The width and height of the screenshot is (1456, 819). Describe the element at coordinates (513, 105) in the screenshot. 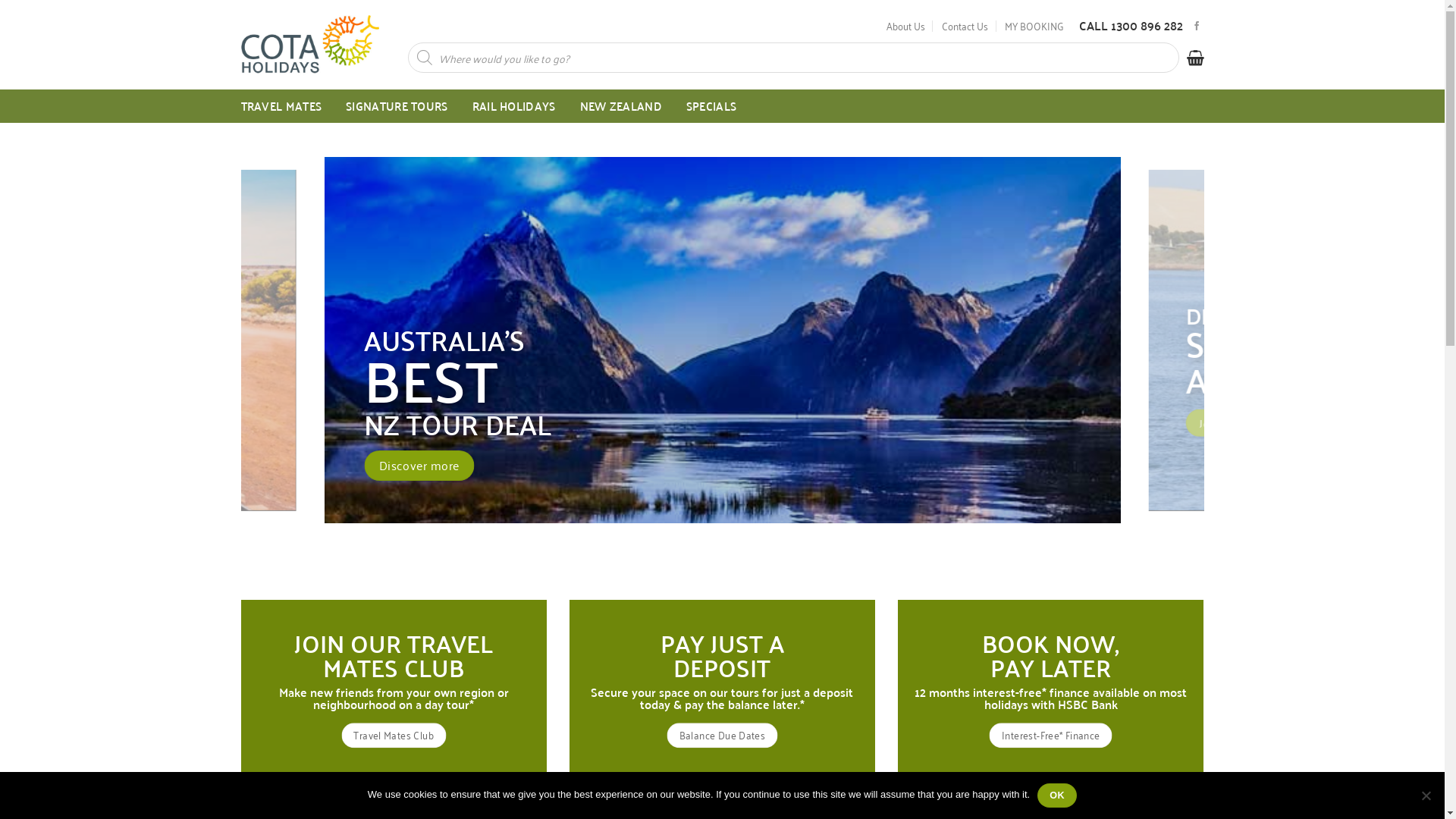

I see `'RAIL HOLIDAYS'` at that location.